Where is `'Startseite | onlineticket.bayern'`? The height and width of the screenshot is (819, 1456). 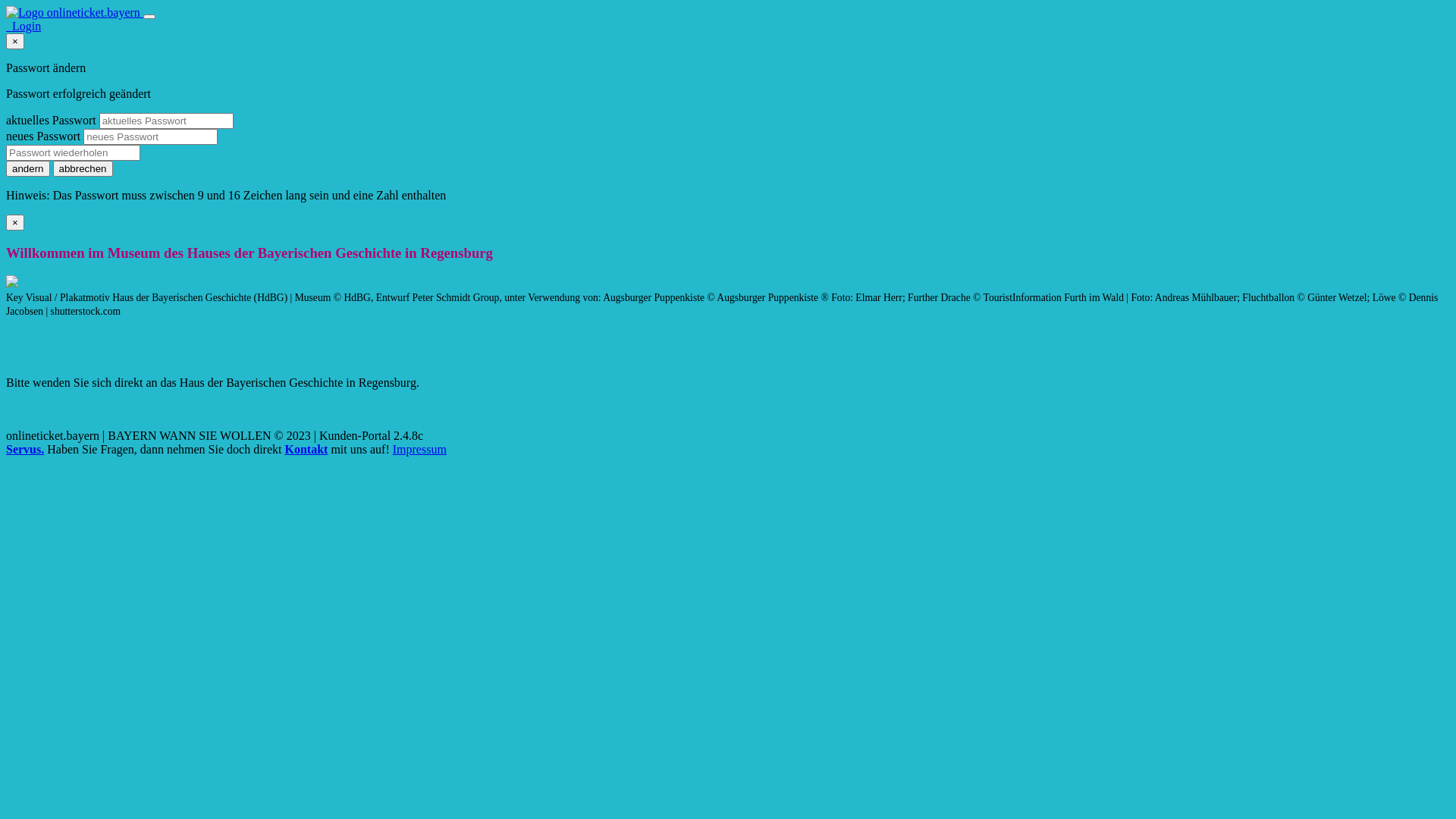 'Startseite | onlineticket.bayern' is located at coordinates (6, 12).